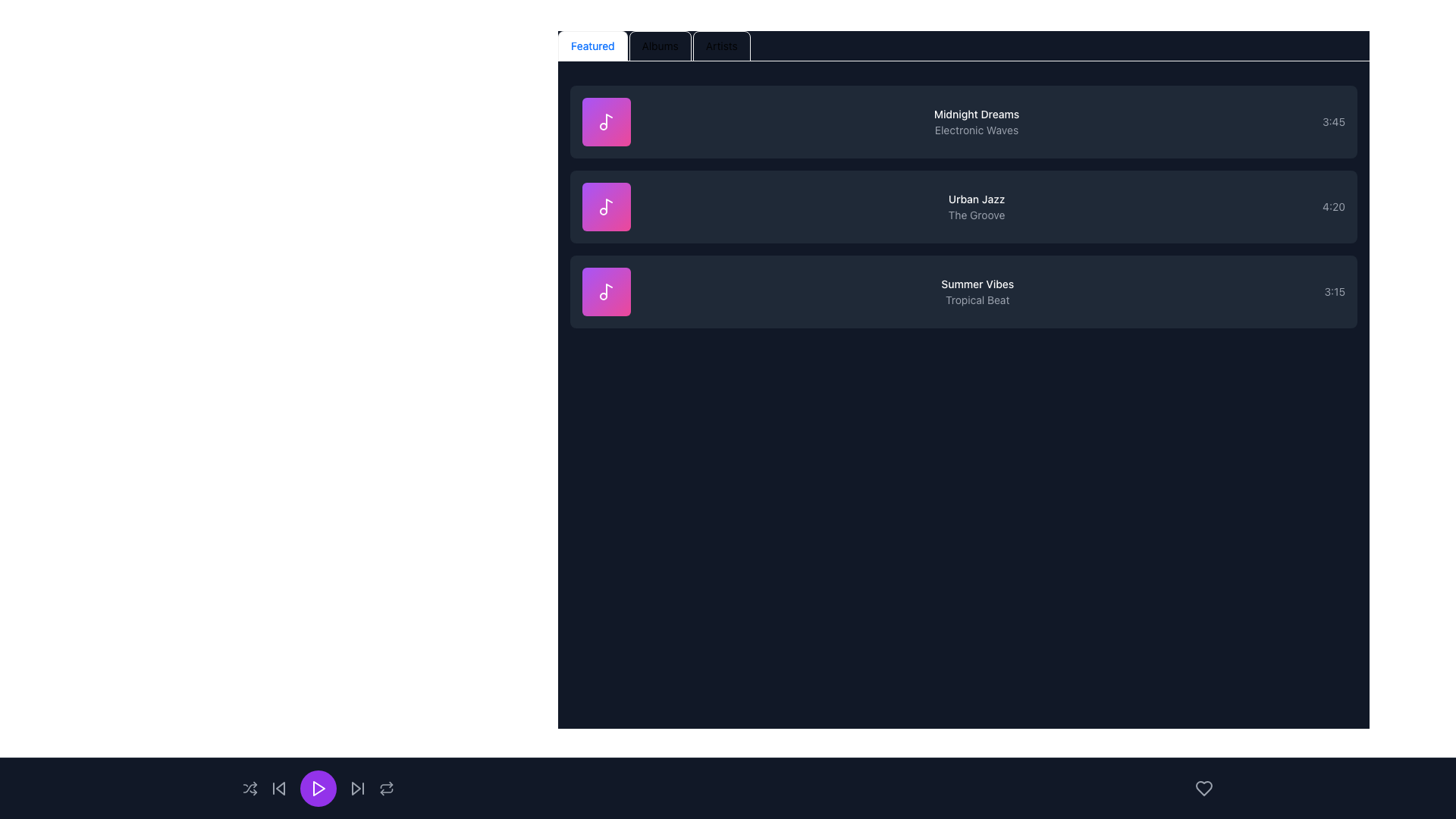 The width and height of the screenshot is (1456, 819). I want to click on the shuffle mode button located in the bottom-left section of the interface, so click(250, 788).